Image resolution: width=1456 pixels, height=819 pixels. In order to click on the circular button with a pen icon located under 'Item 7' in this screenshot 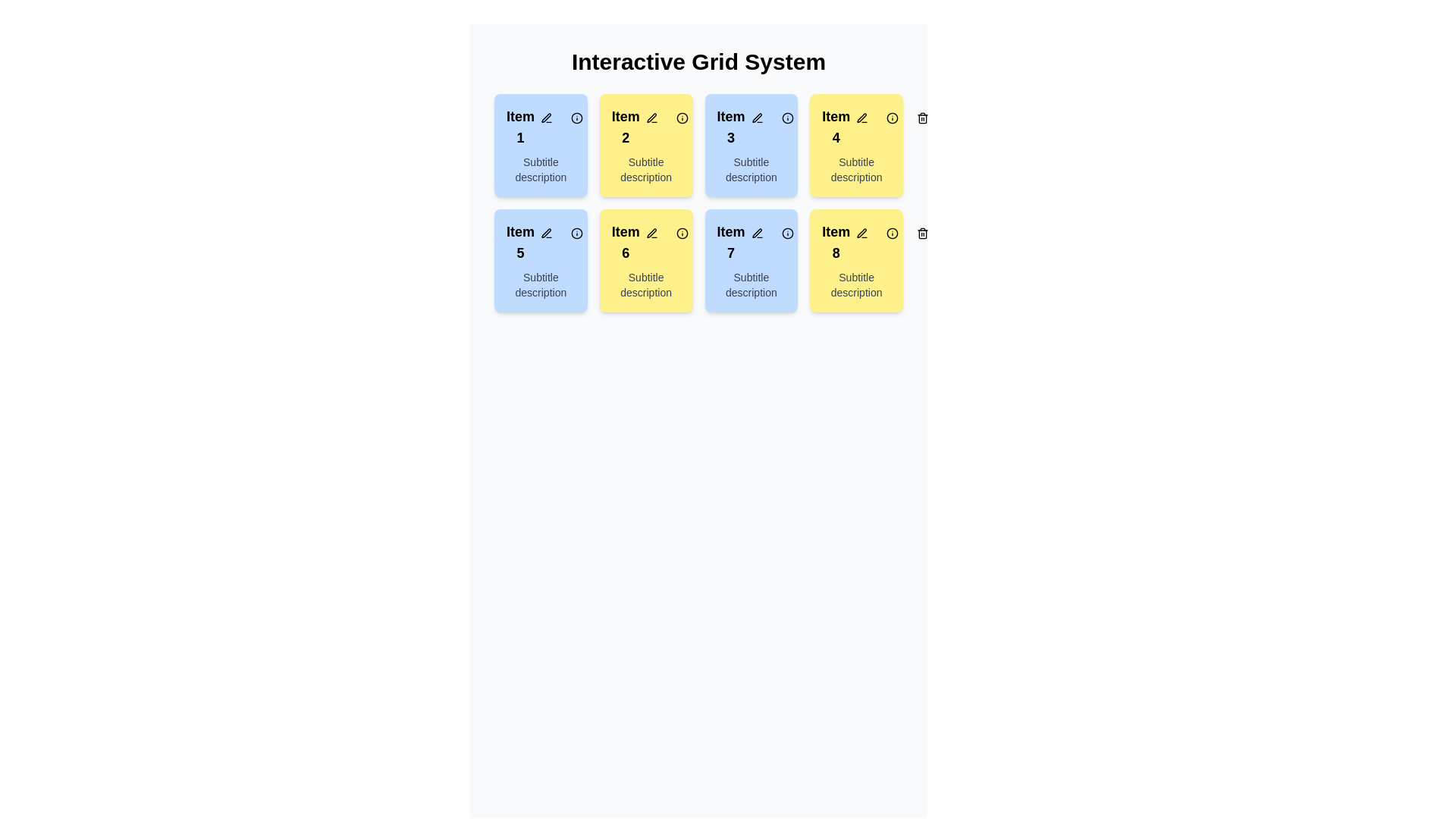, I will do `click(757, 234)`.